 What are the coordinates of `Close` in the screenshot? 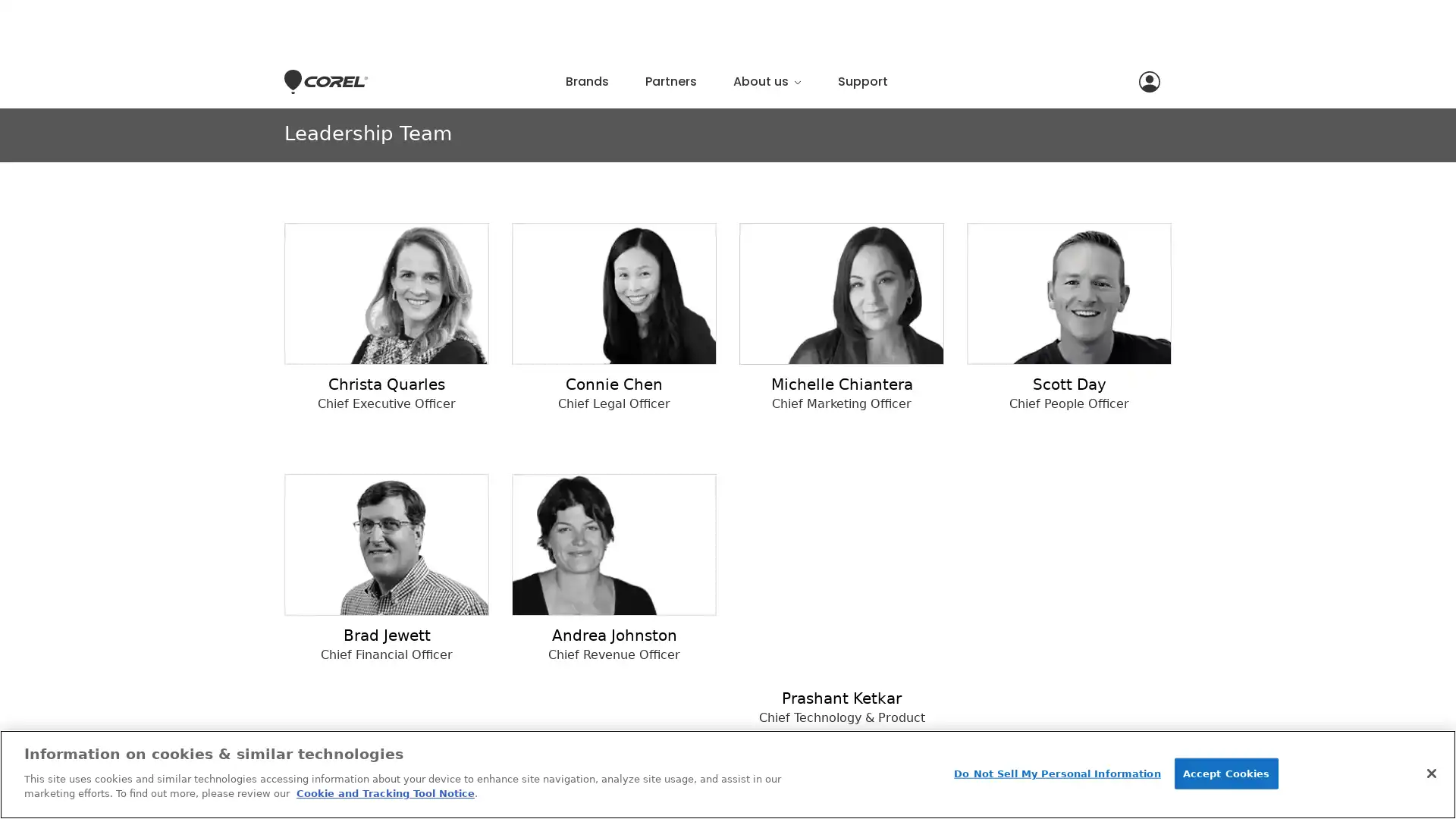 It's located at (918, 20).